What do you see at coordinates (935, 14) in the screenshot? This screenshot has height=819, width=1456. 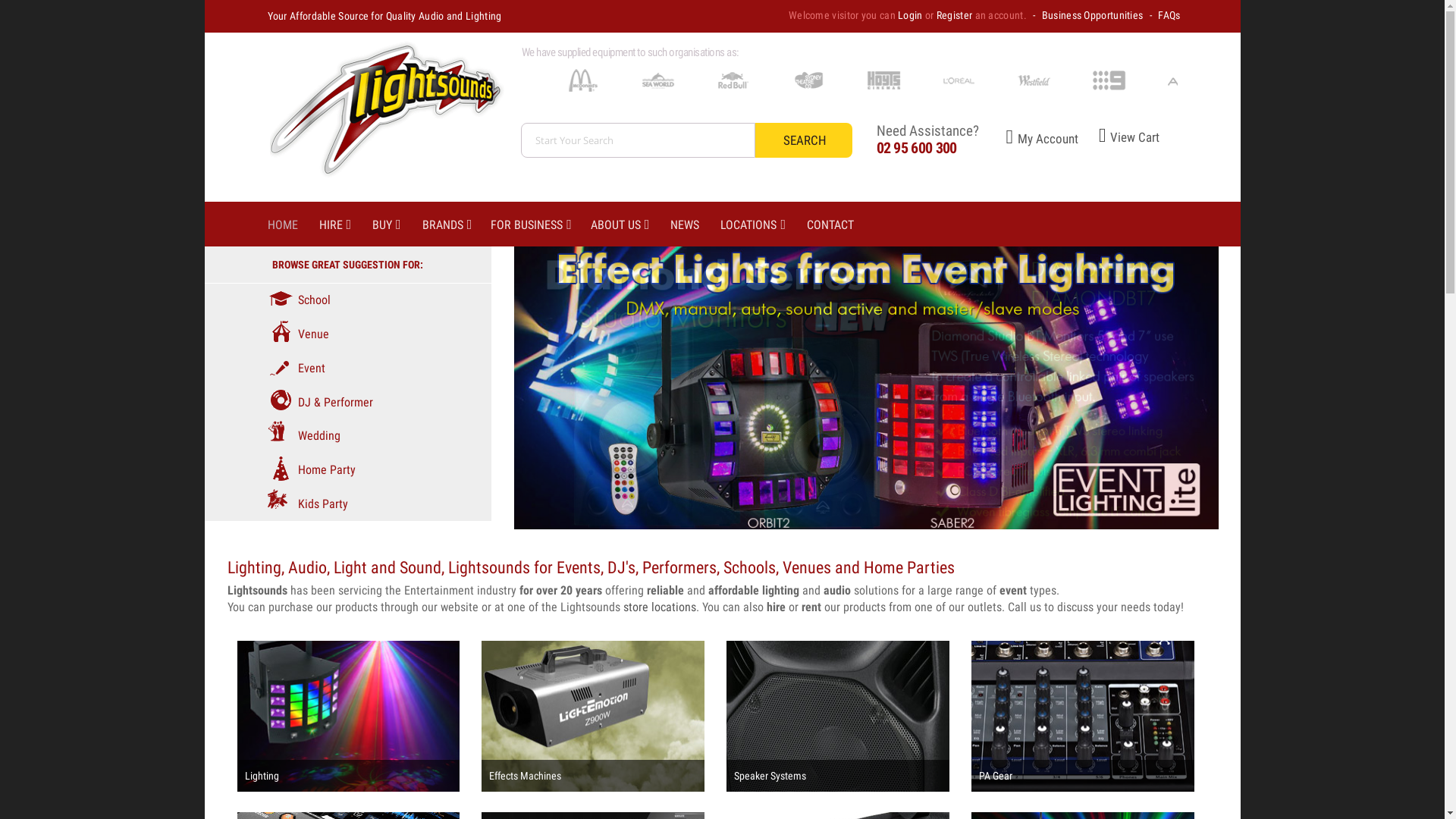 I see `'Register'` at bounding box center [935, 14].